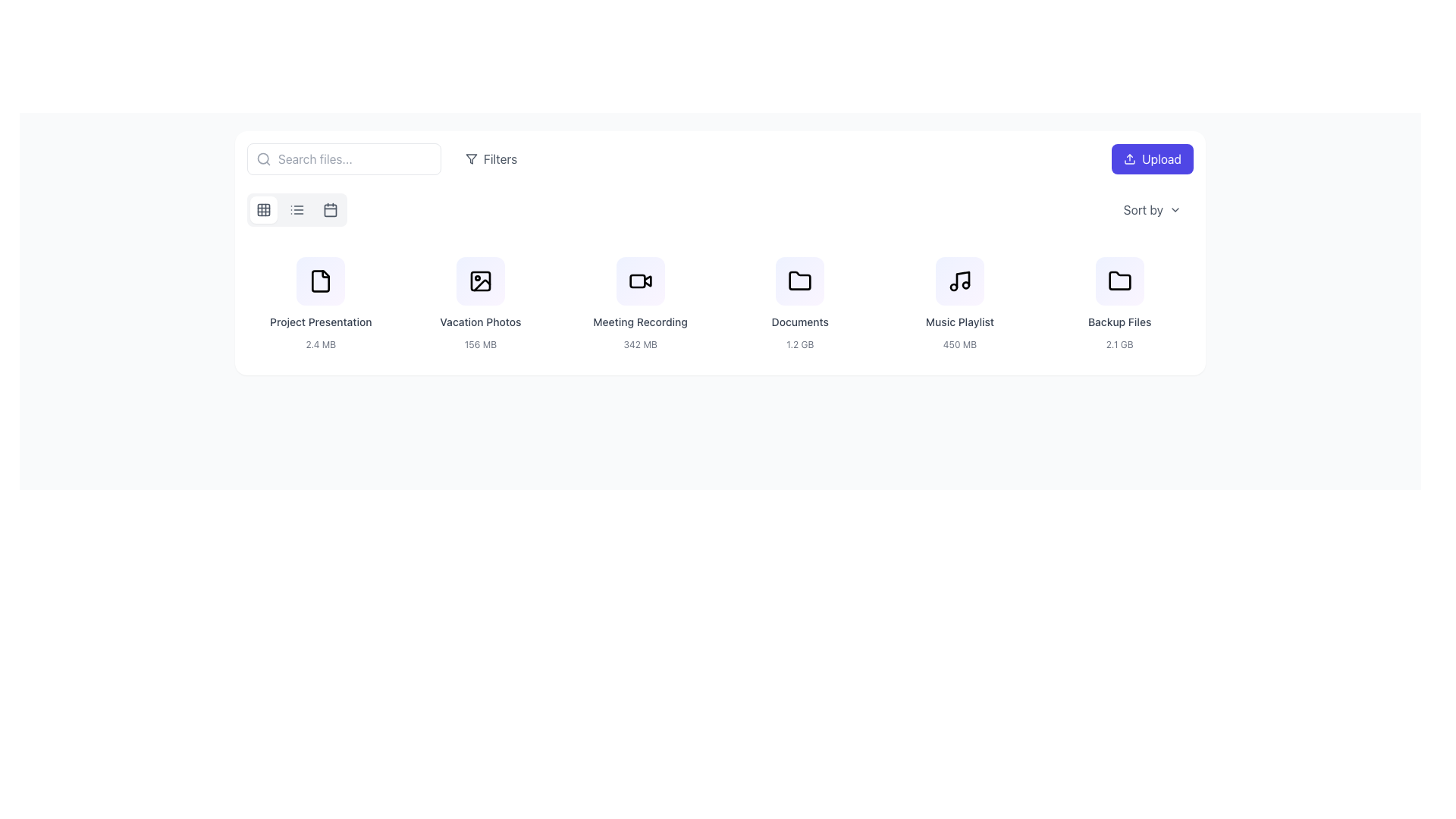  Describe the element at coordinates (297, 210) in the screenshot. I see `the middle icon button in the toolbar on the left side of the application interface` at that location.